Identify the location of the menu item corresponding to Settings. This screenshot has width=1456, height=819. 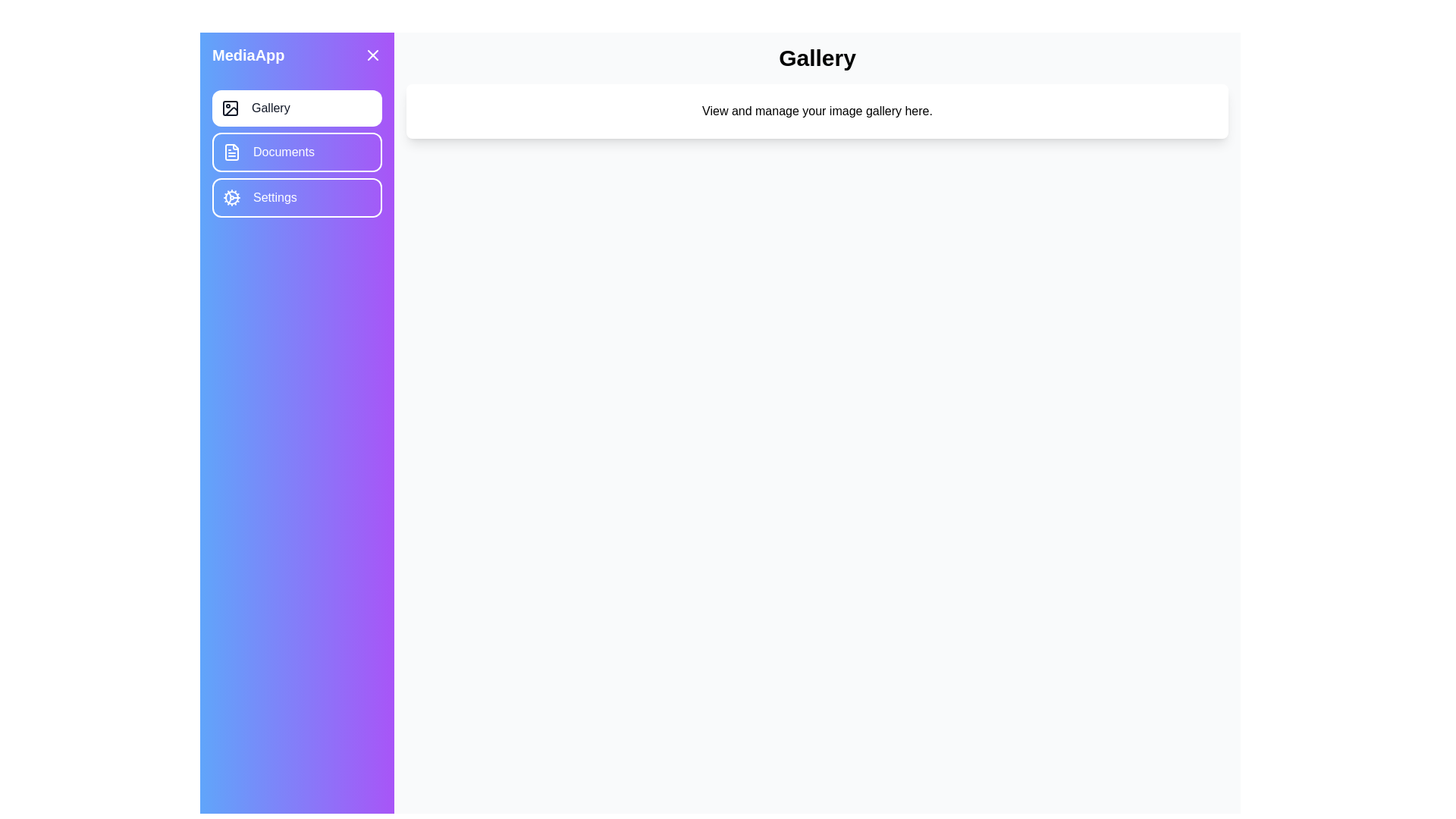
(297, 197).